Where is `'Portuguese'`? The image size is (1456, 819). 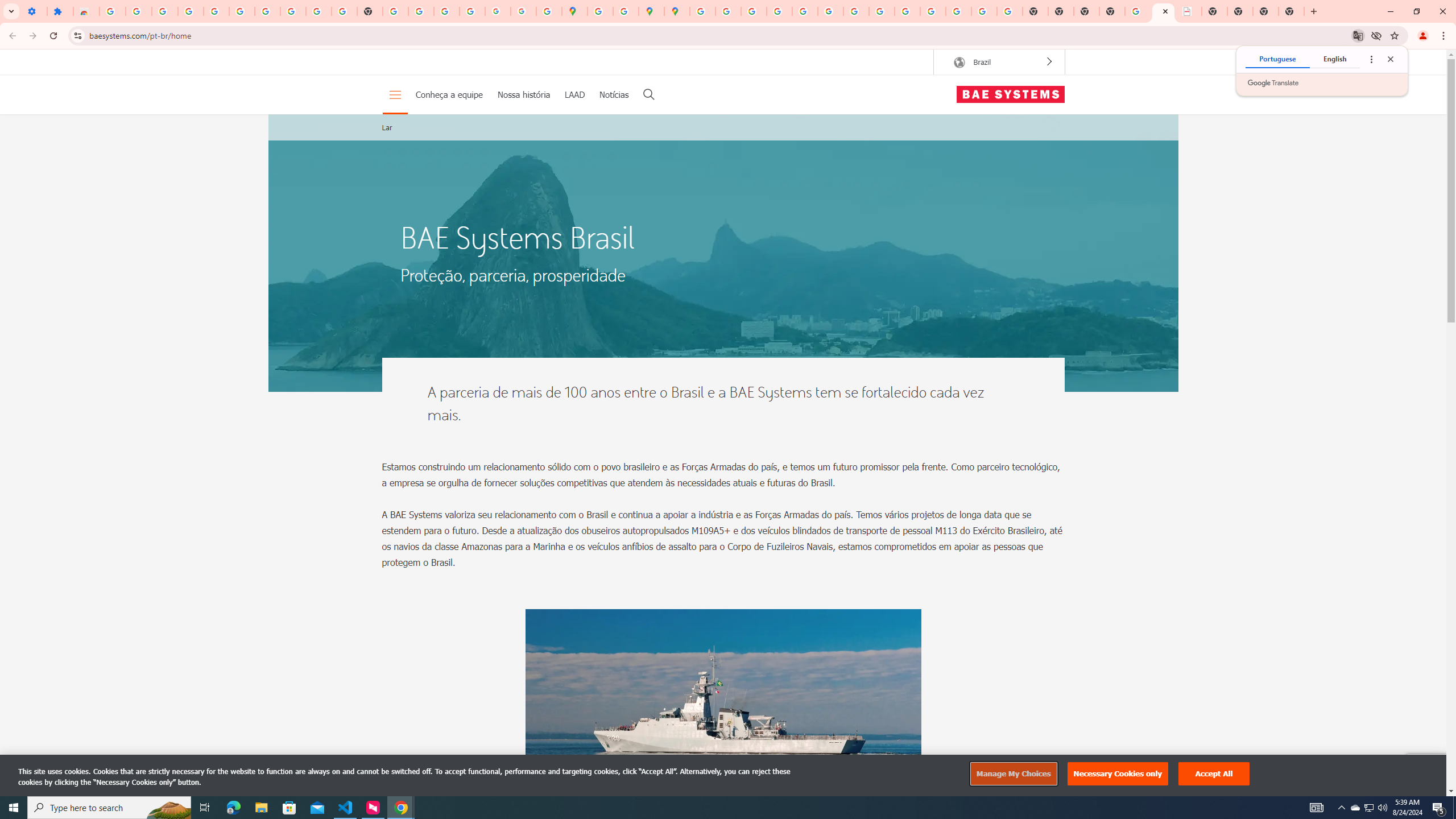
'Portuguese' is located at coordinates (1277, 59).